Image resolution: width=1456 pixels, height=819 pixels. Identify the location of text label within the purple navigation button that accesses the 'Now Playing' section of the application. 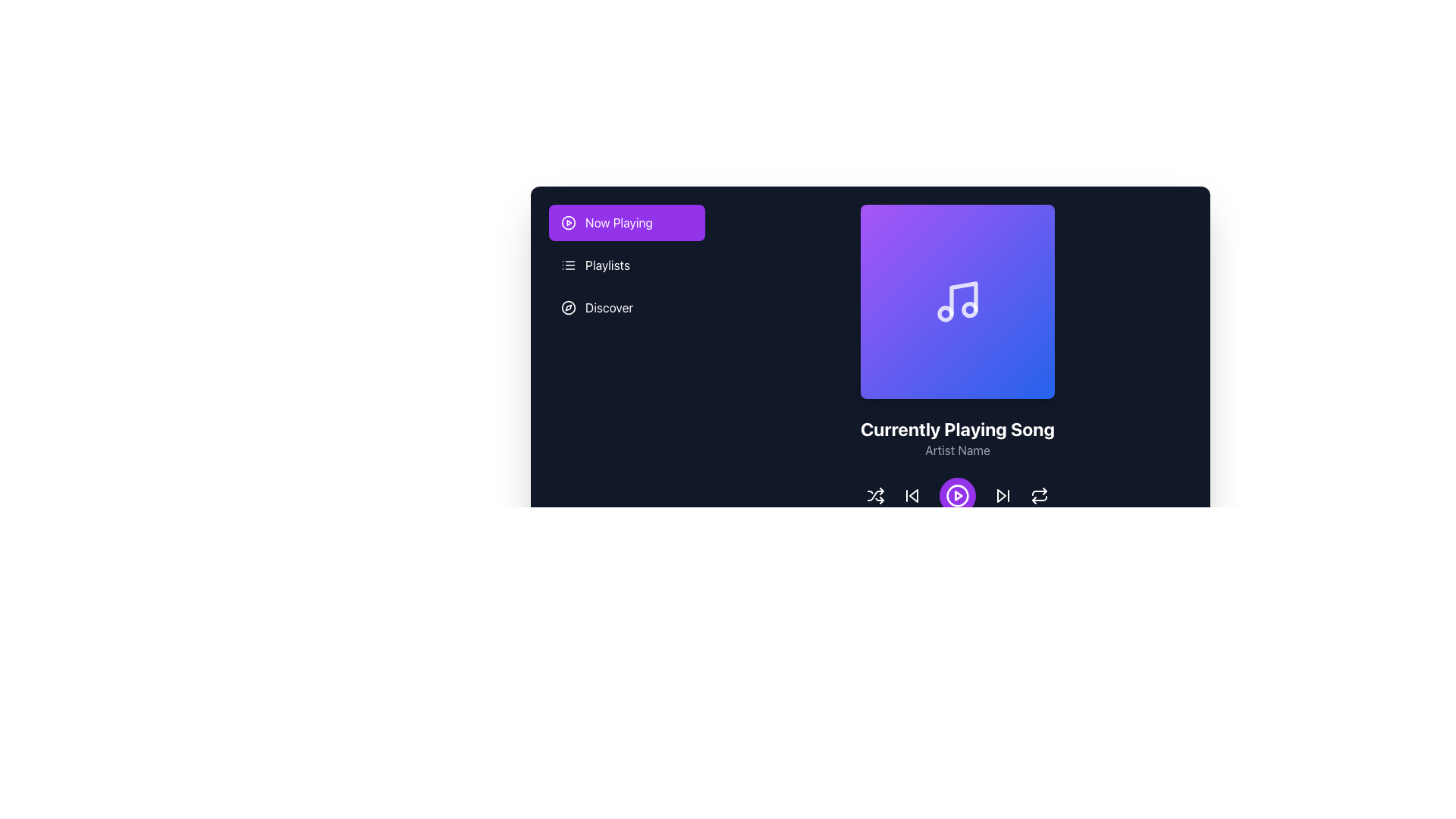
(619, 222).